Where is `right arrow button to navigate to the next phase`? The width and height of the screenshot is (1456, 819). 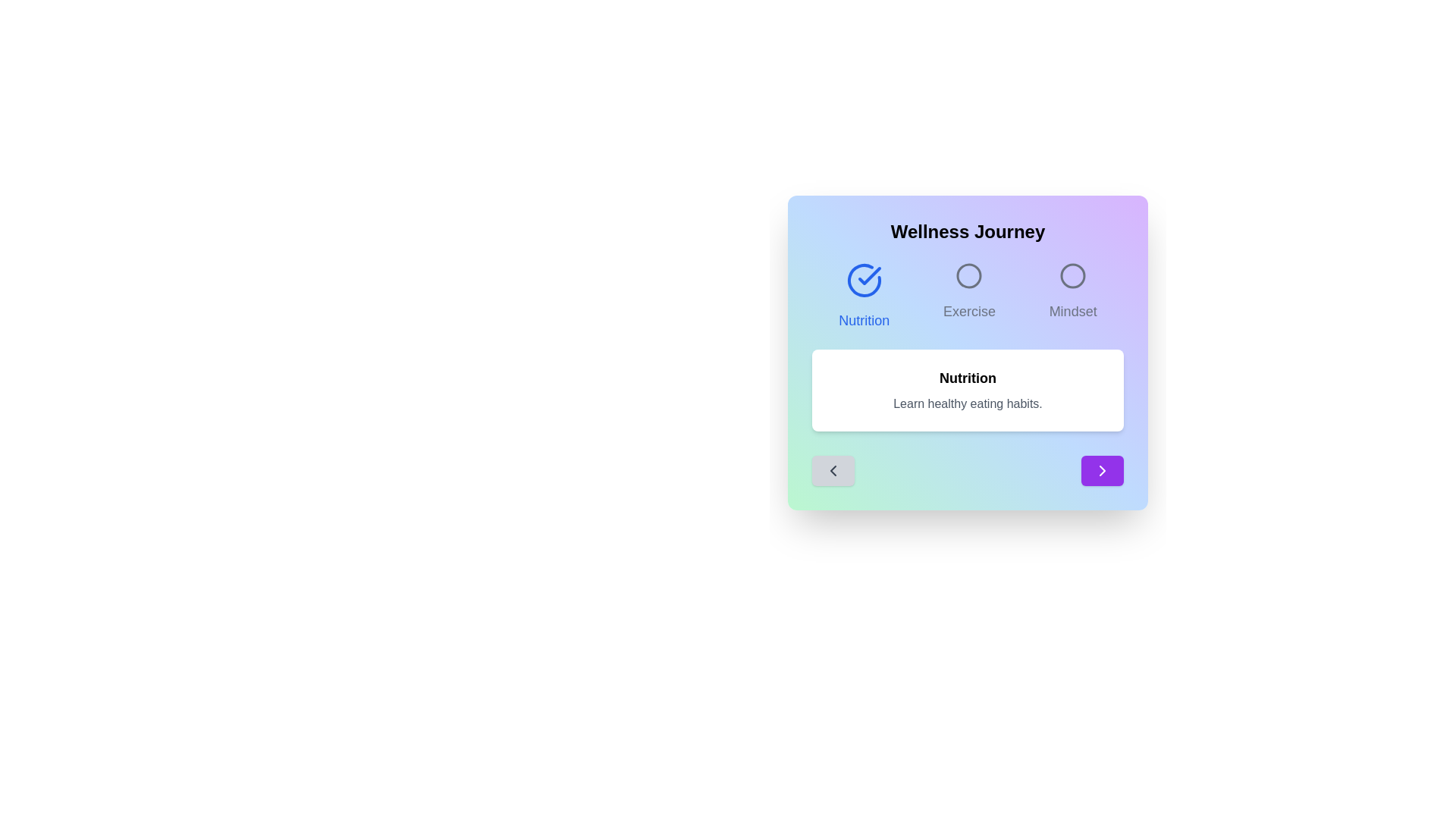
right arrow button to navigate to the next phase is located at coordinates (1103, 470).